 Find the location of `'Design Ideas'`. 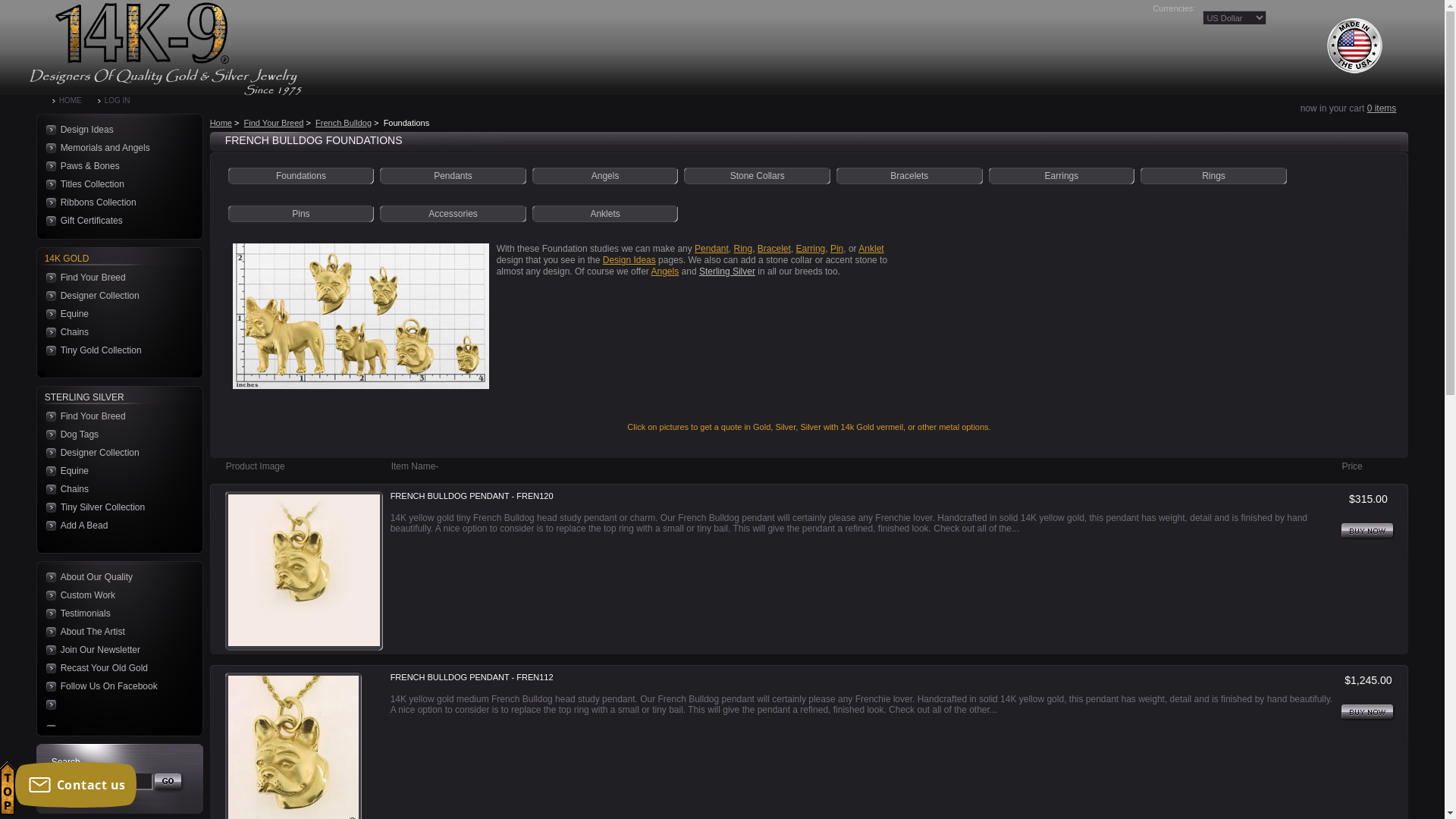

'Design Ideas' is located at coordinates (629, 259).